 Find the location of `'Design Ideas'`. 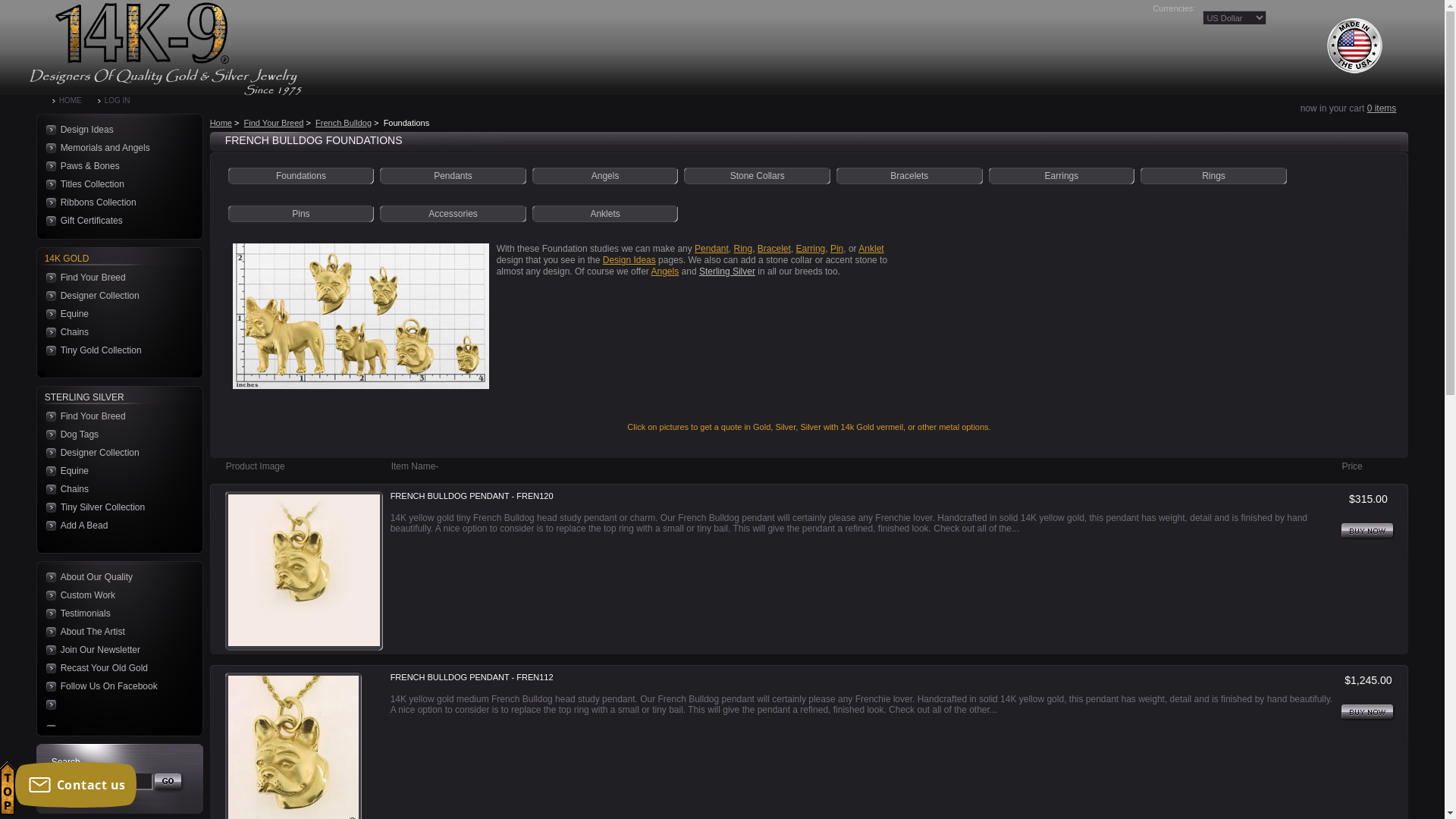

'Design Ideas' is located at coordinates (629, 259).